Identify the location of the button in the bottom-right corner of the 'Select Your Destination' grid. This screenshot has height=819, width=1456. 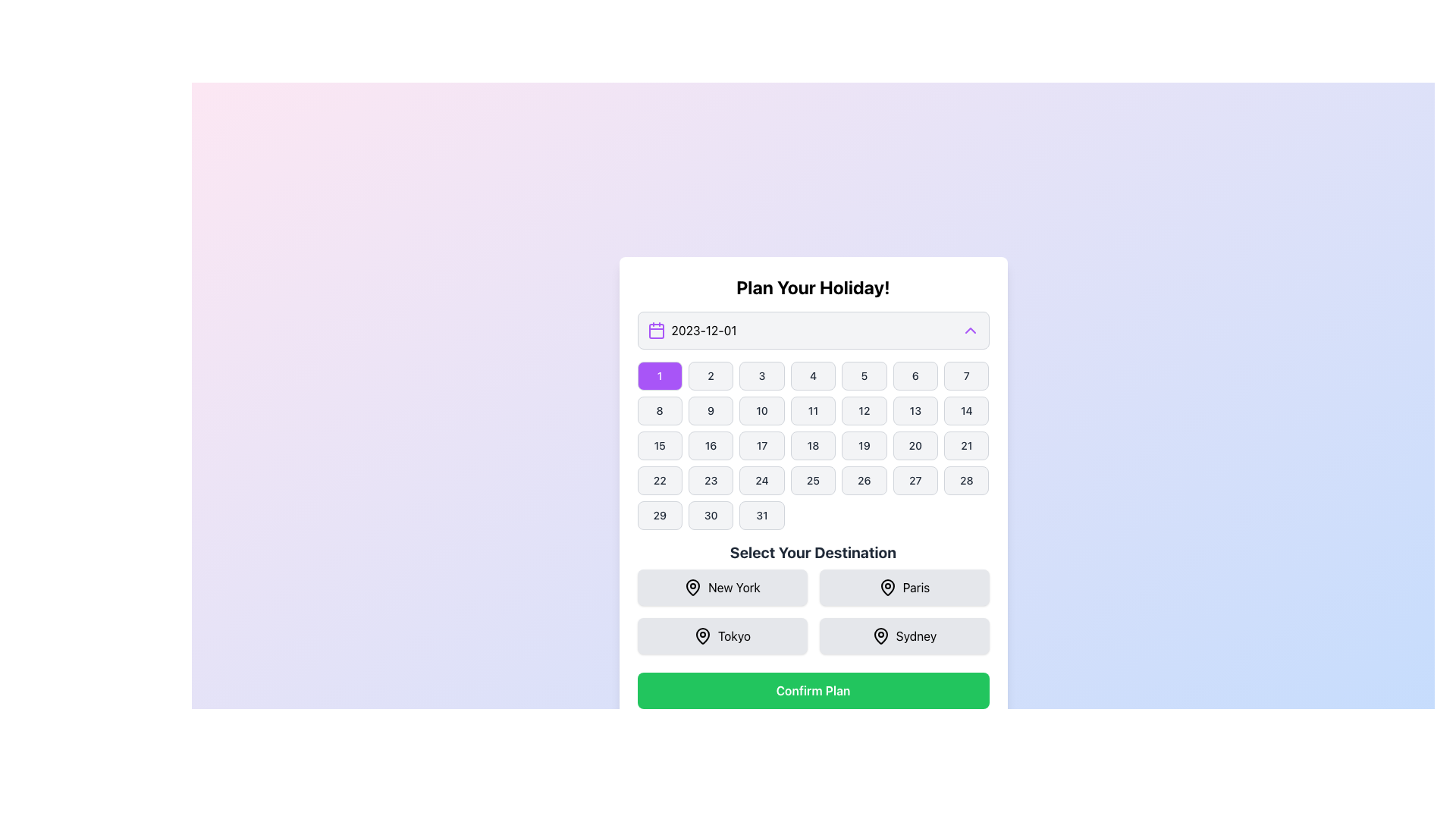
(904, 636).